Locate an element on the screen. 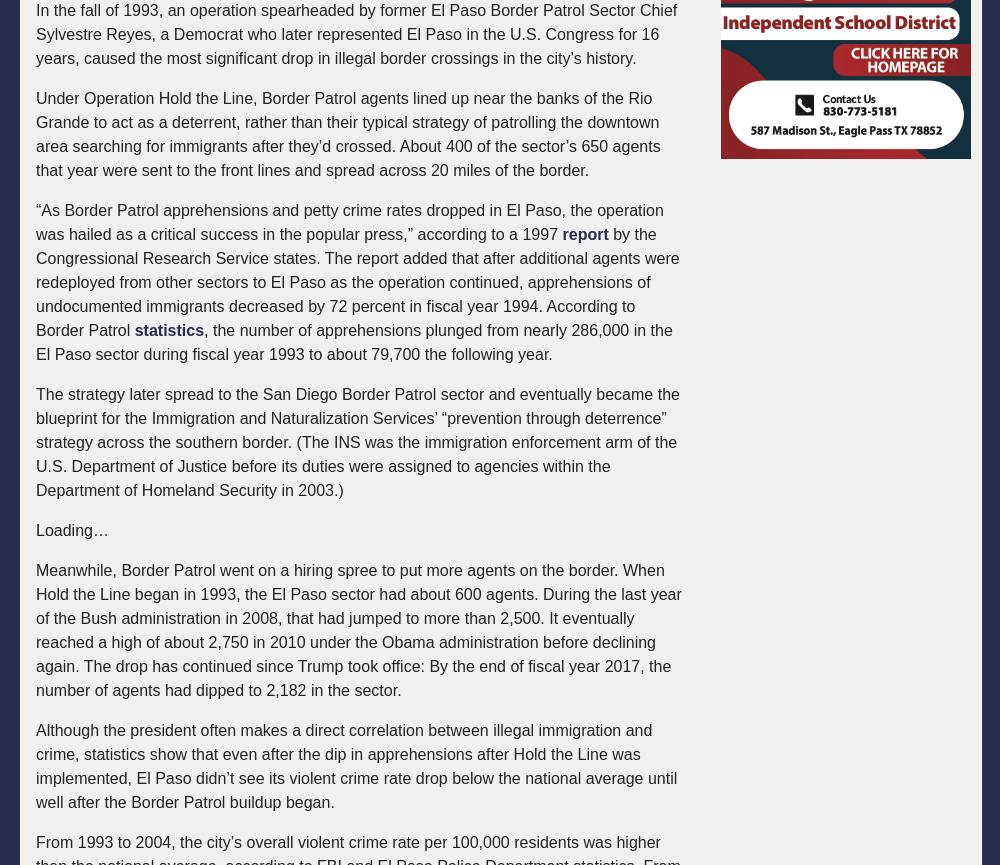 This screenshot has height=865, width=1000. '“As Border Patrol apprehensions and petty crime rates dropped in El Paso, the operation was hailed as a critical success in the popular press,” according to a 1997' is located at coordinates (36, 221).